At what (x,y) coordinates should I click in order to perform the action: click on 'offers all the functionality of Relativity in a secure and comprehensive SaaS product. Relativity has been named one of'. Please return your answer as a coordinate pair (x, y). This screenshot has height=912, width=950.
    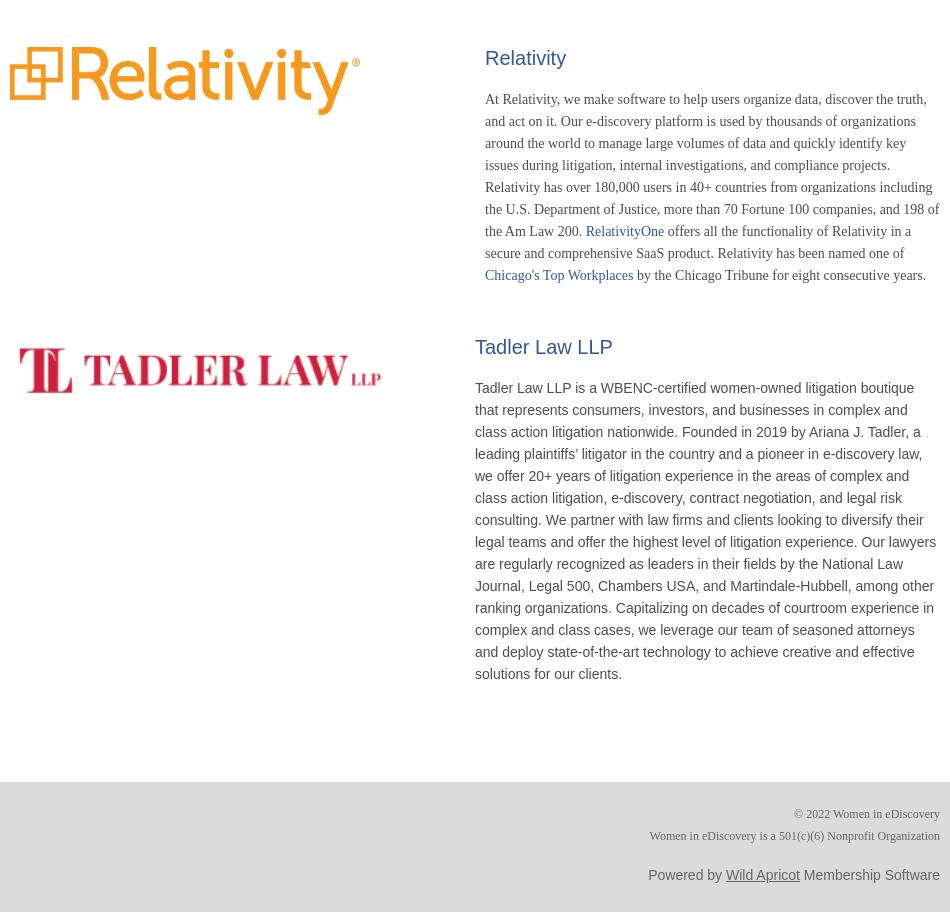
    Looking at the image, I should click on (697, 241).